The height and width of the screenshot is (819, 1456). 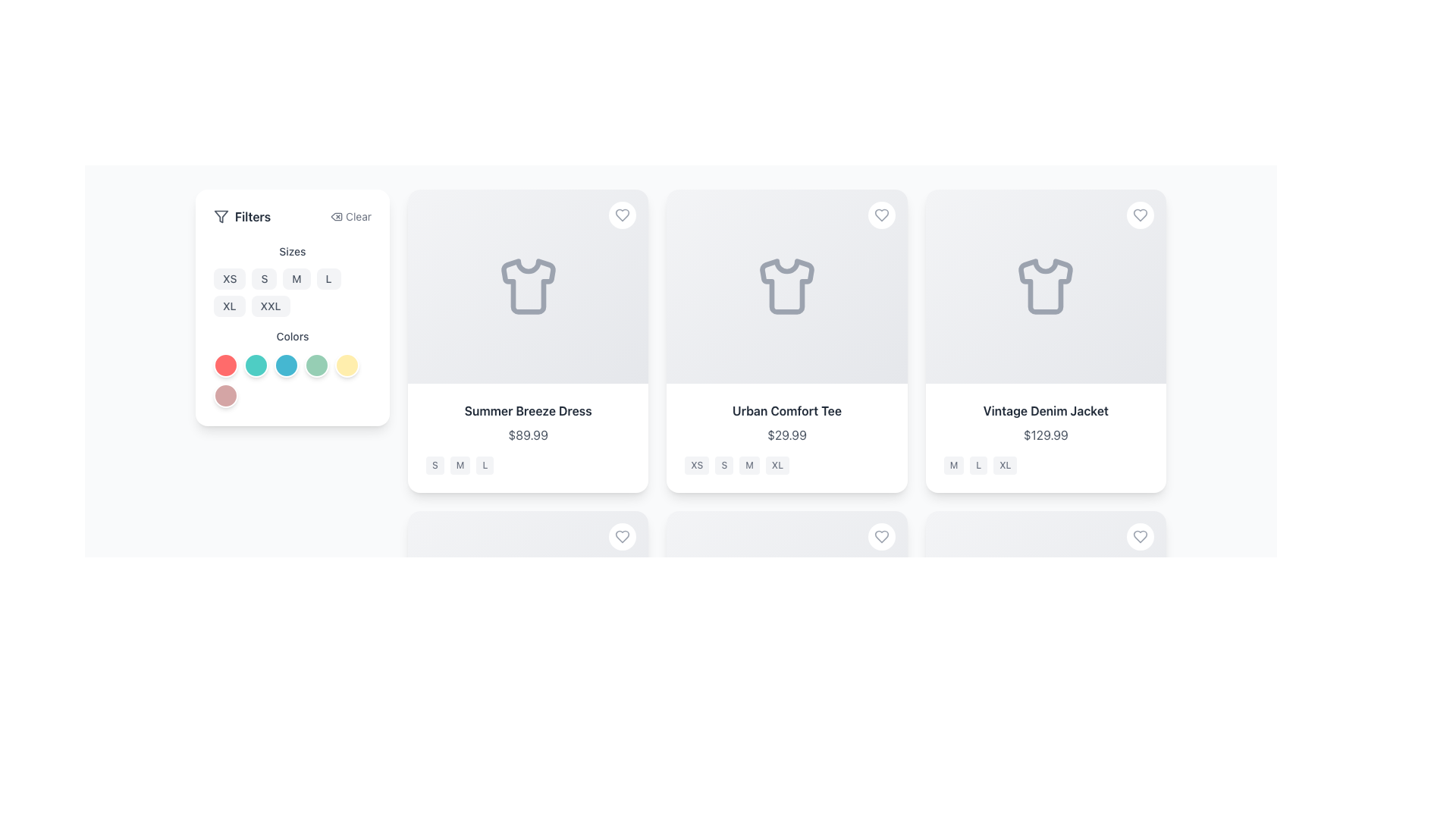 What do you see at coordinates (241, 216) in the screenshot?
I see `the 'Filters' label with the funnel icon on the top-left side of the filter panel to focus on filter options` at bounding box center [241, 216].